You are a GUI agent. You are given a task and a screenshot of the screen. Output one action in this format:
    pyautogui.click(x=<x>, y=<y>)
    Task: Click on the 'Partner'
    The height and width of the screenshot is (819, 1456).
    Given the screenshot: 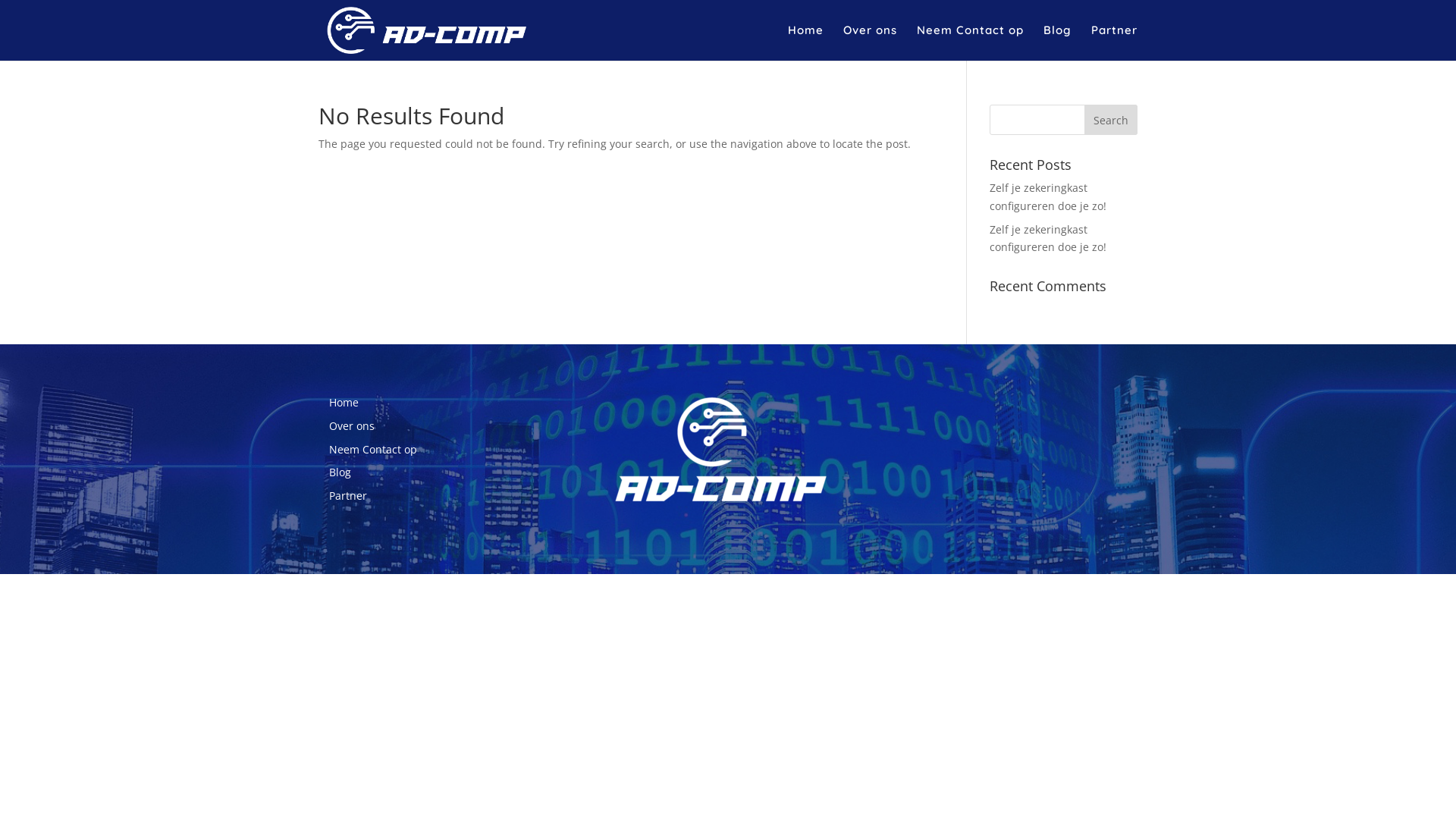 What is the action you would take?
    pyautogui.click(x=1114, y=42)
    